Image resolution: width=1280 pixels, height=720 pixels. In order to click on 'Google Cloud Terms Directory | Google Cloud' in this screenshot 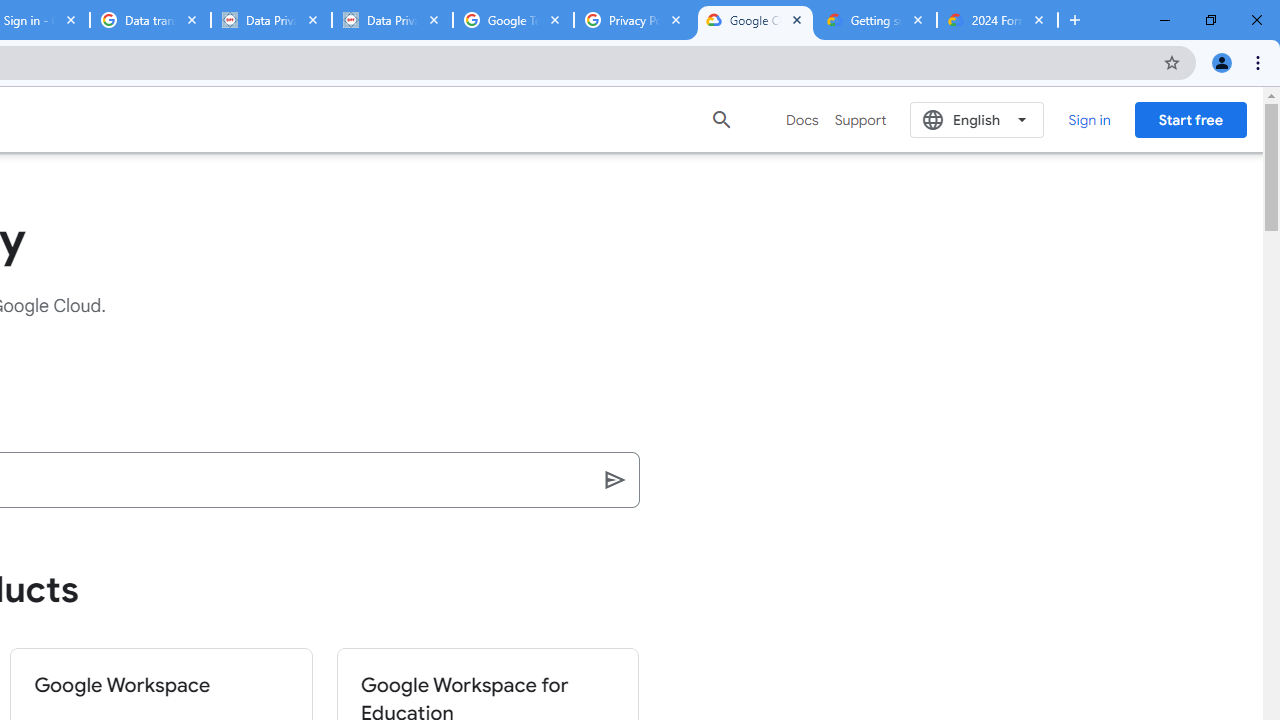, I will do `click(754, 20)`.